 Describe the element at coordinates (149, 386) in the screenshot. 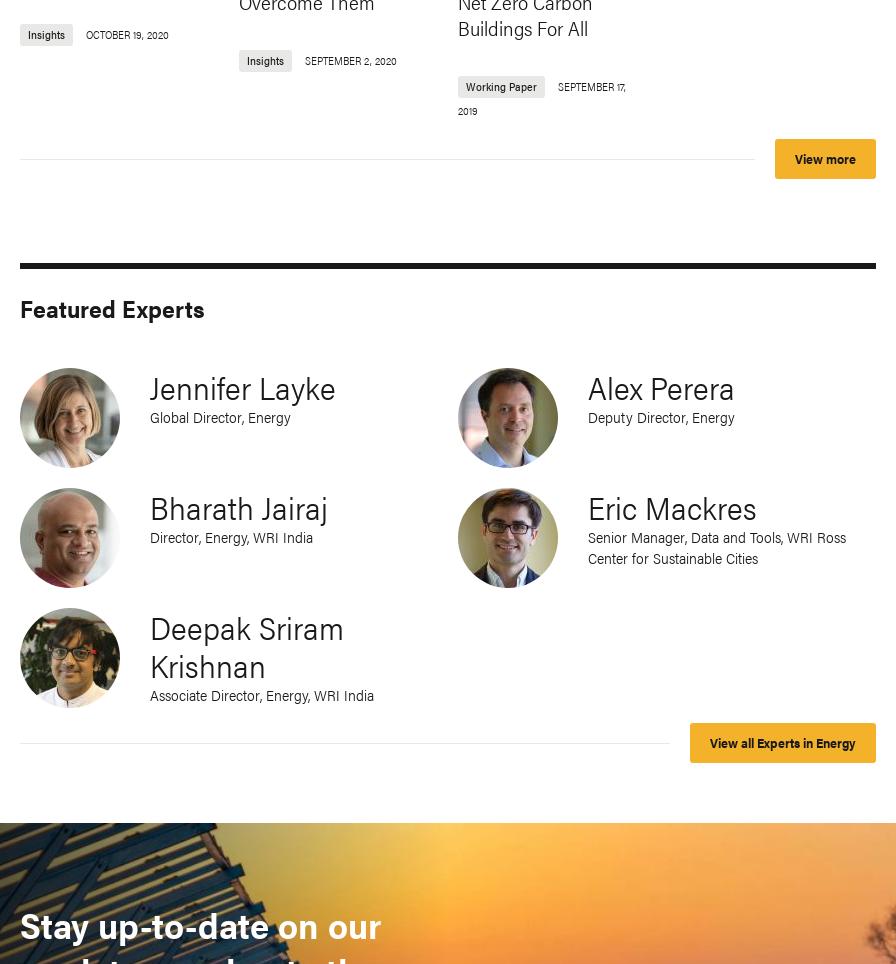

I see `'Jennifer Layke'` at that location.